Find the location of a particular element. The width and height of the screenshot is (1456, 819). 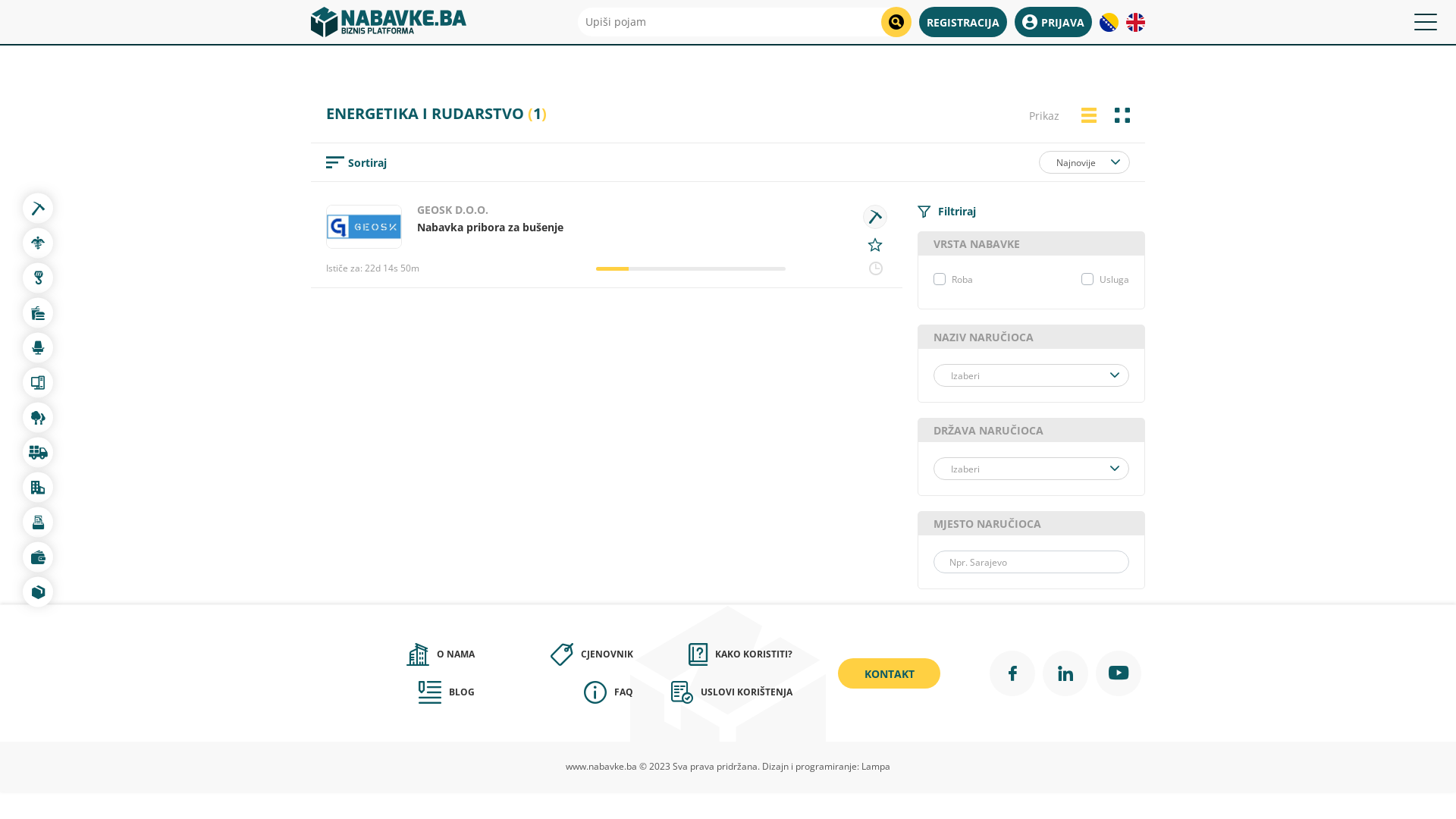

'KONTAKT' is located at coordinates (889, 672).